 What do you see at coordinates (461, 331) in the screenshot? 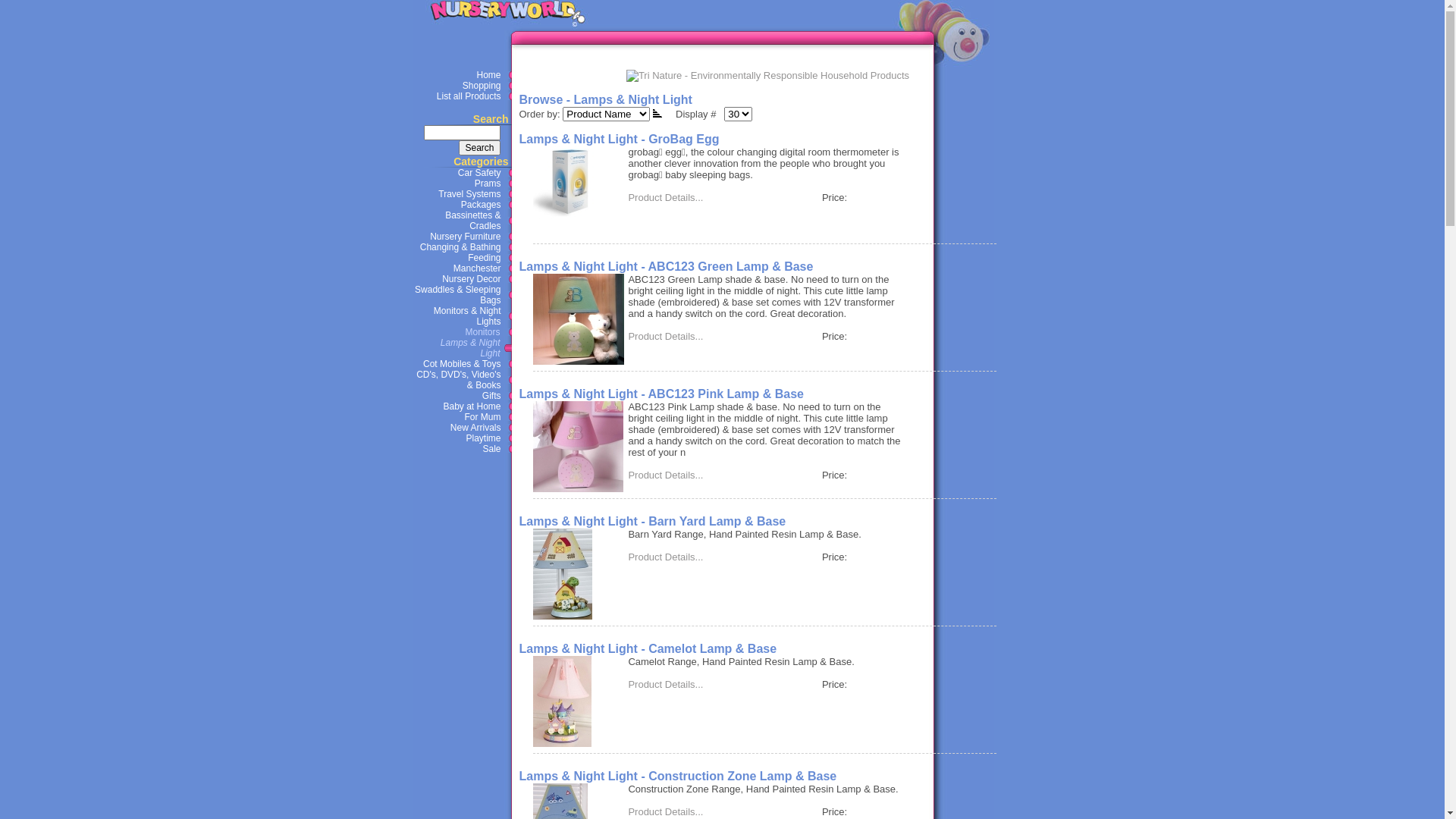
I see `'   Monitors'` at bounding box center [461, 331].